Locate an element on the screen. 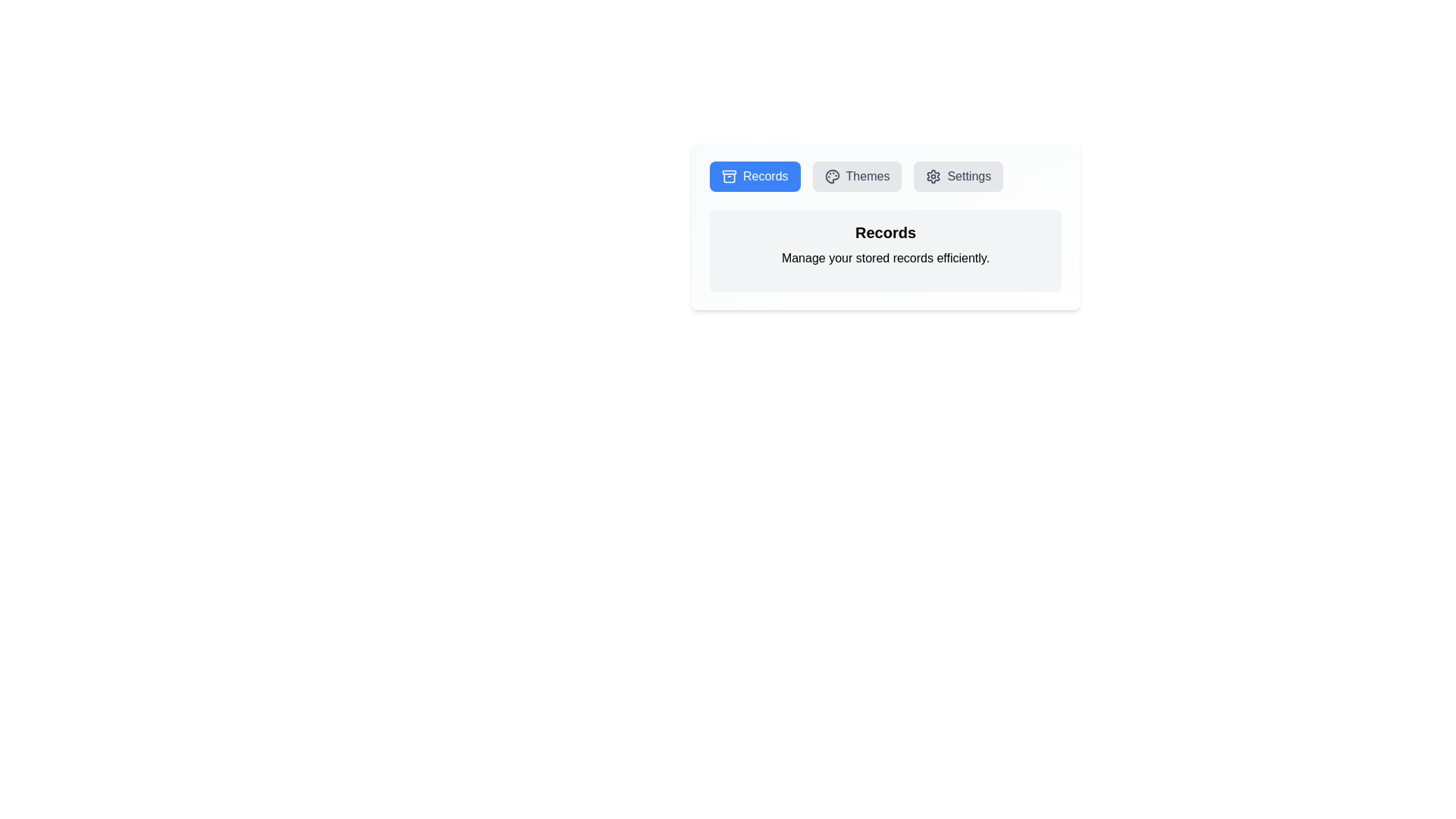 The image size is (1456, 819). the Records tab by clicking the corresponding button is located at coordinates (755, 175).